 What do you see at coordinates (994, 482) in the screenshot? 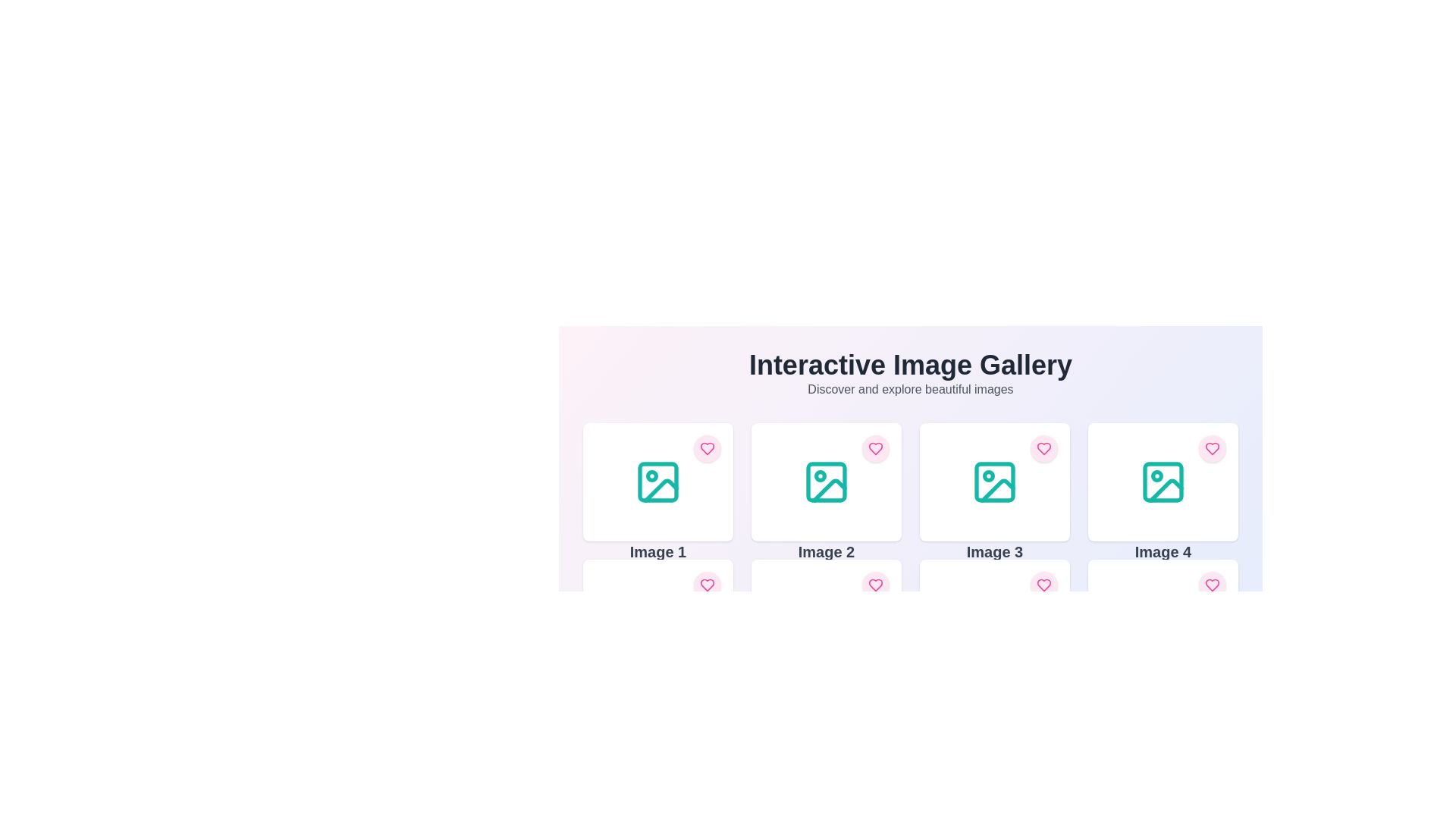
I see `the teal icon shaped like a picture frame with a circular dot in the top-left corner located under the text 'Image 3' in the third column of the grid` at bounding box center [994, 482].